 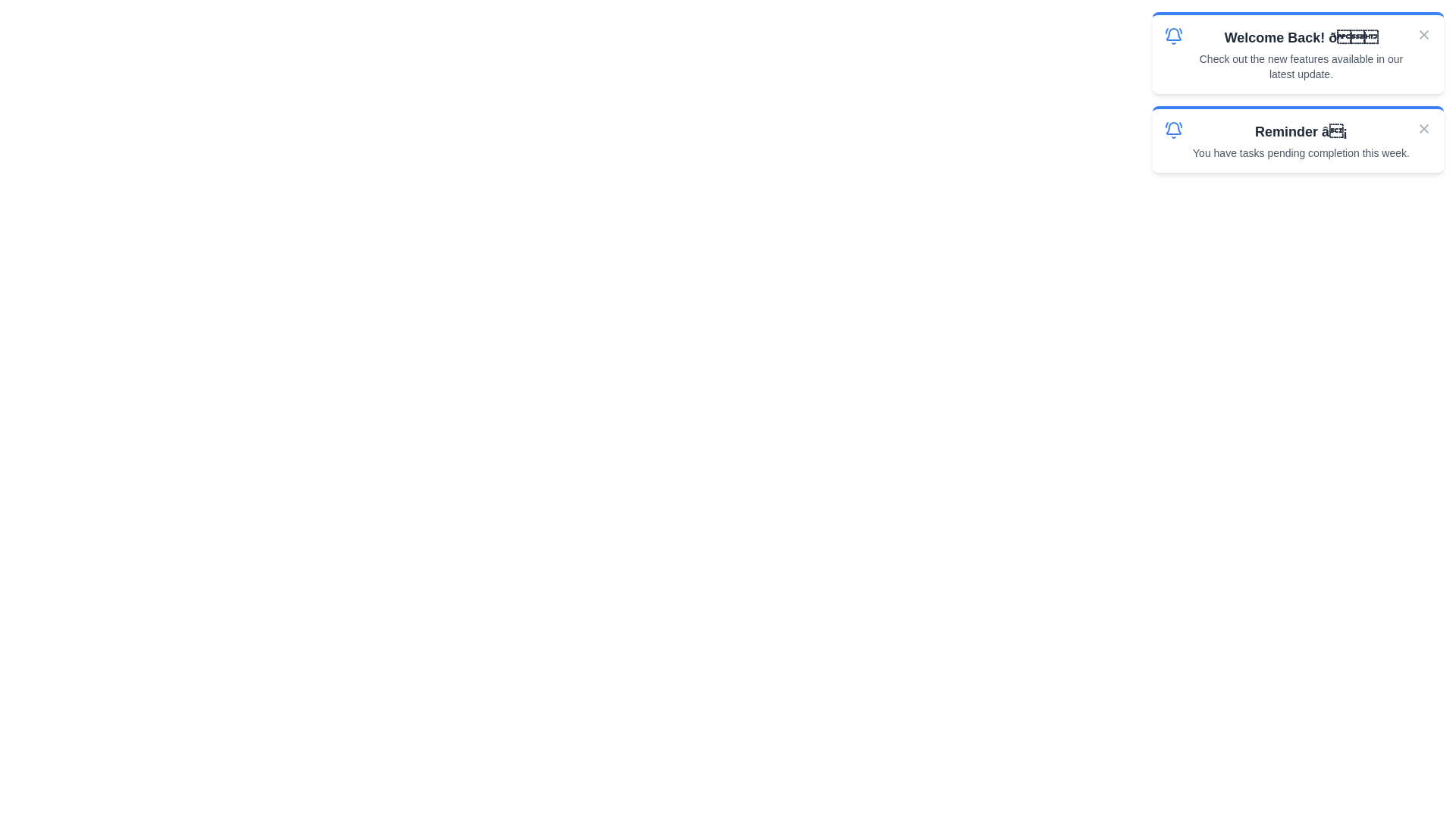 What do you see at coordinates (1423, 34) in the screenshot?
I see `the close button of the notification to dismiss it` at bounding box center [1423, 34].